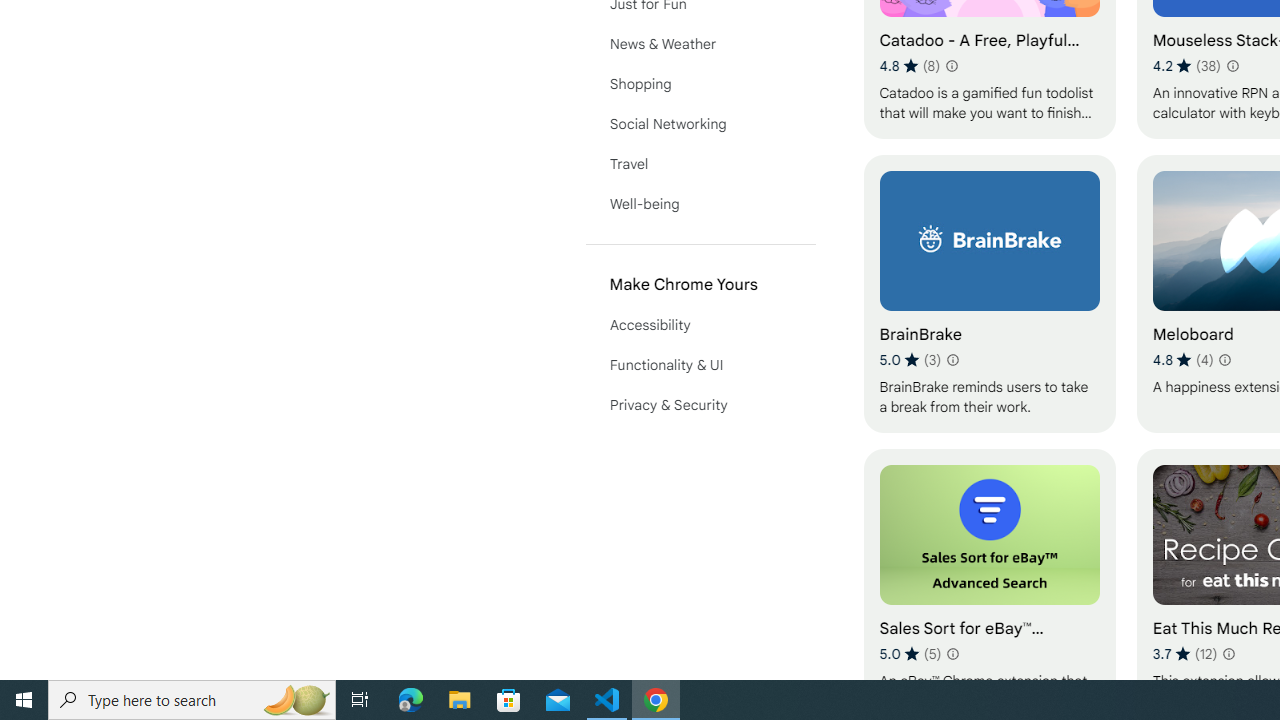 The image size is (1280, 720). I want to click on 'Average rating 4.2 out of 5 stars. 38 ratings.', so click(1187, 65).